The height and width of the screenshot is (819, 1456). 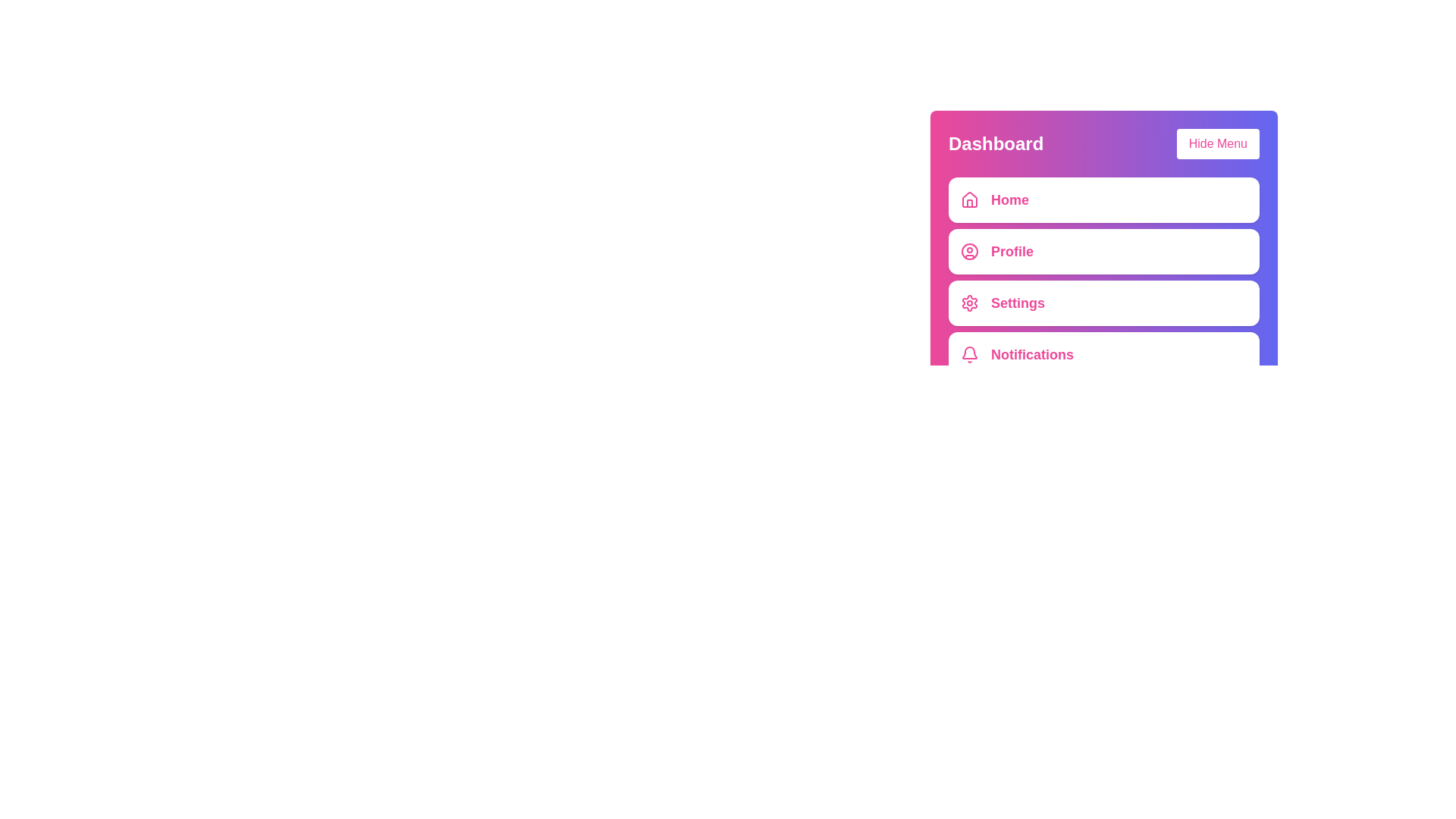 What do you see at coordinates (1103, 199) in the screenshot?
I see `the menu item labeled Home to observe its hover effect` at bounding box center [1103, 199].